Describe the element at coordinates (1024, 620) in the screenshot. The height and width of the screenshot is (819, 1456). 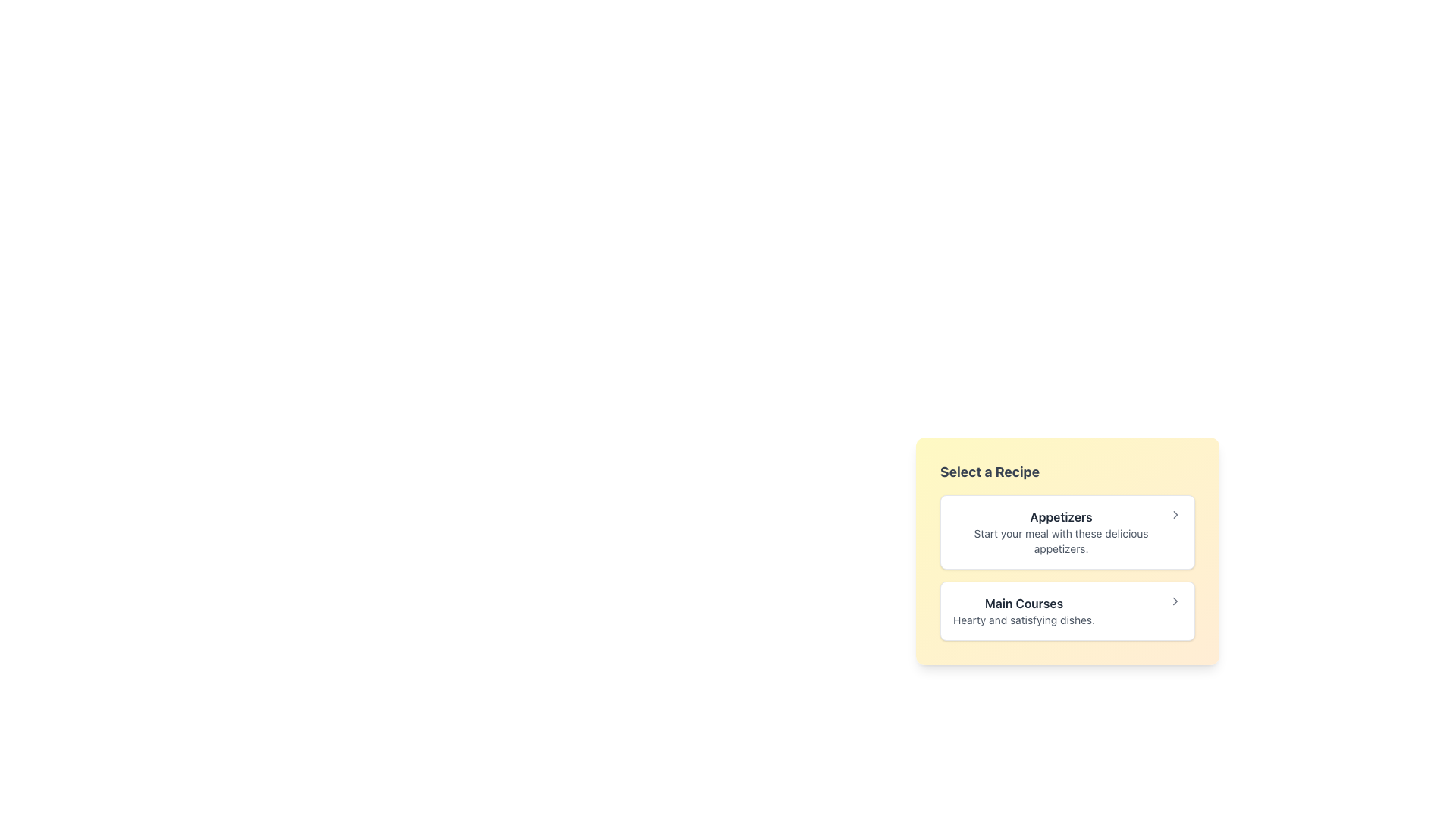
I see `text label that serves as a short description for the 'Main Courses' section, positioned below the 'Main Courses' heading in the right-central card layout` at that location.